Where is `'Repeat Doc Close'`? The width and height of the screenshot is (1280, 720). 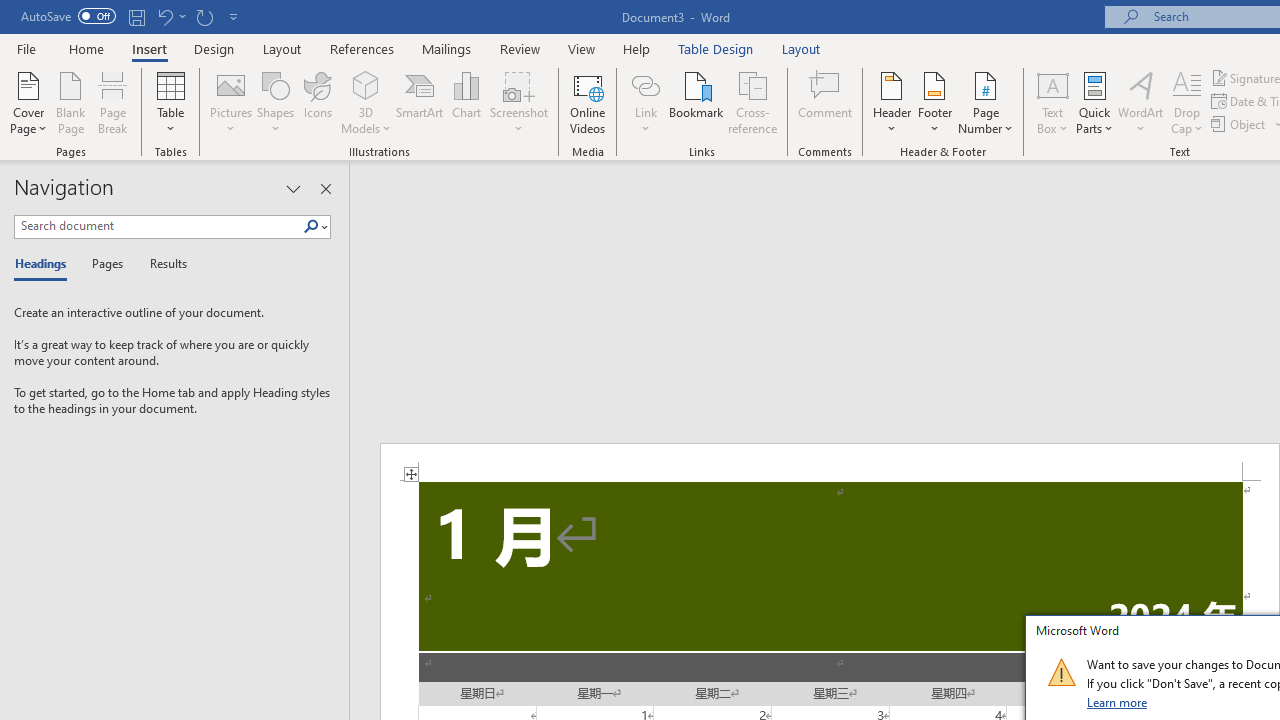
'Repeat Doc Close' is located at coordinates (204, 16).